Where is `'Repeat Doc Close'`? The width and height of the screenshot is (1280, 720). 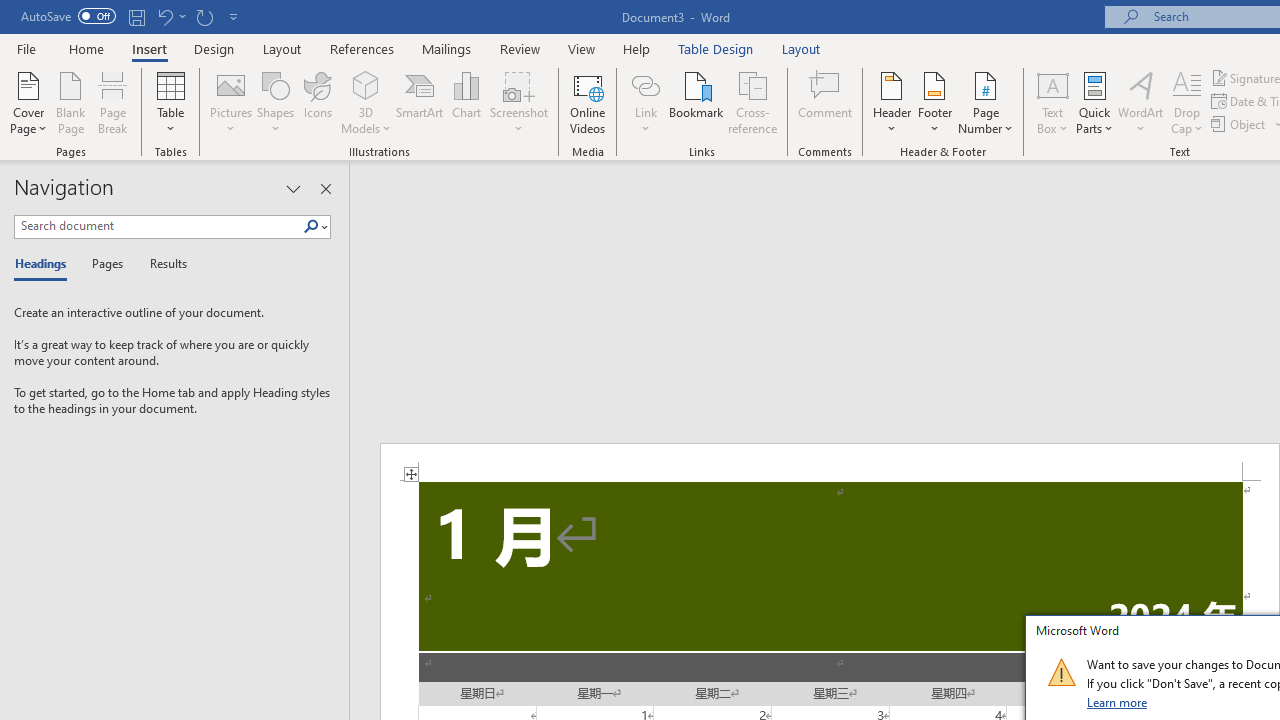
'Repeat Doc Close' is located at coordinates (204, 16).